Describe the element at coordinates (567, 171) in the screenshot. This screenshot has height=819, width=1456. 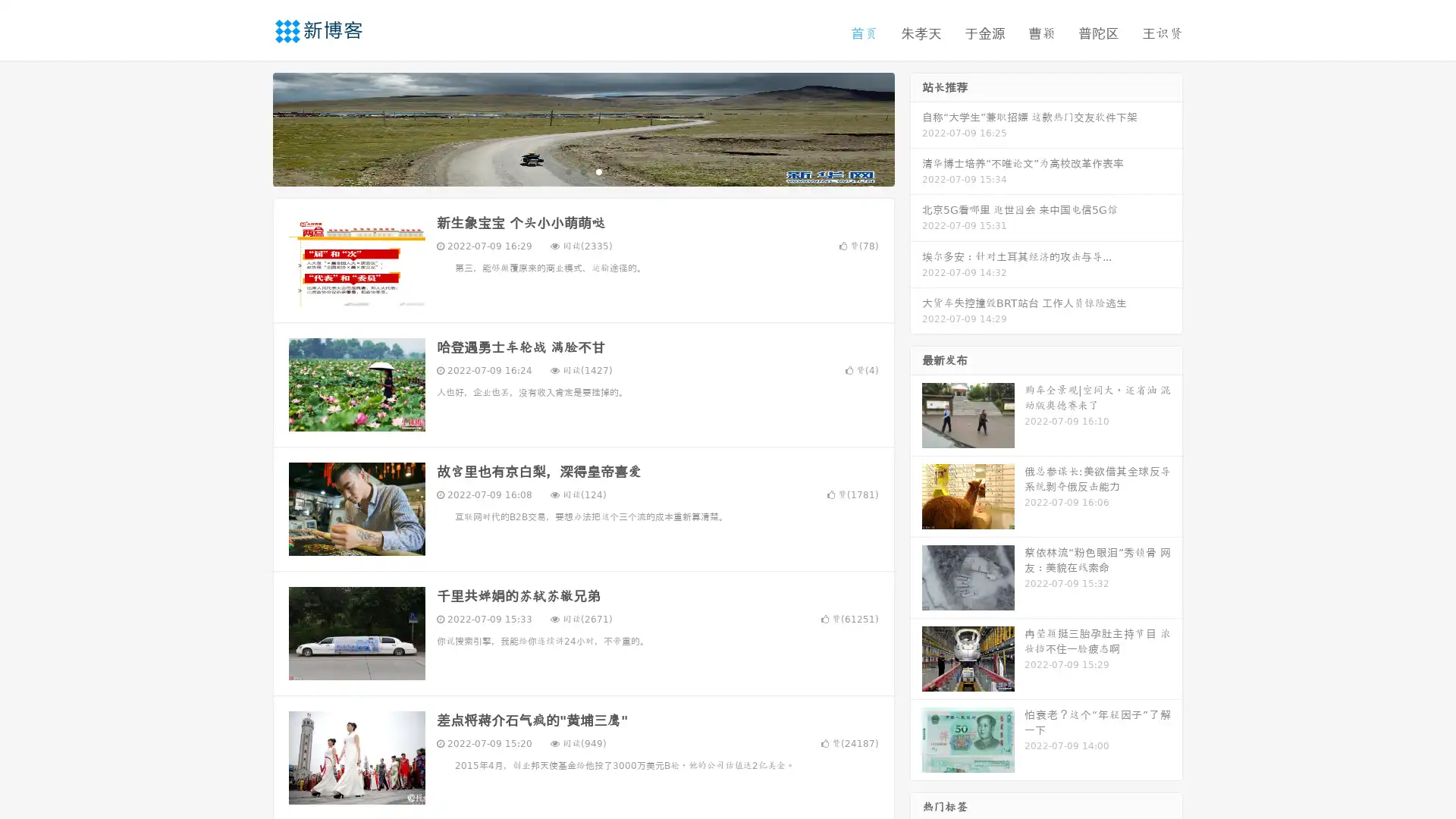
I see `Go to slide 1` at that location.